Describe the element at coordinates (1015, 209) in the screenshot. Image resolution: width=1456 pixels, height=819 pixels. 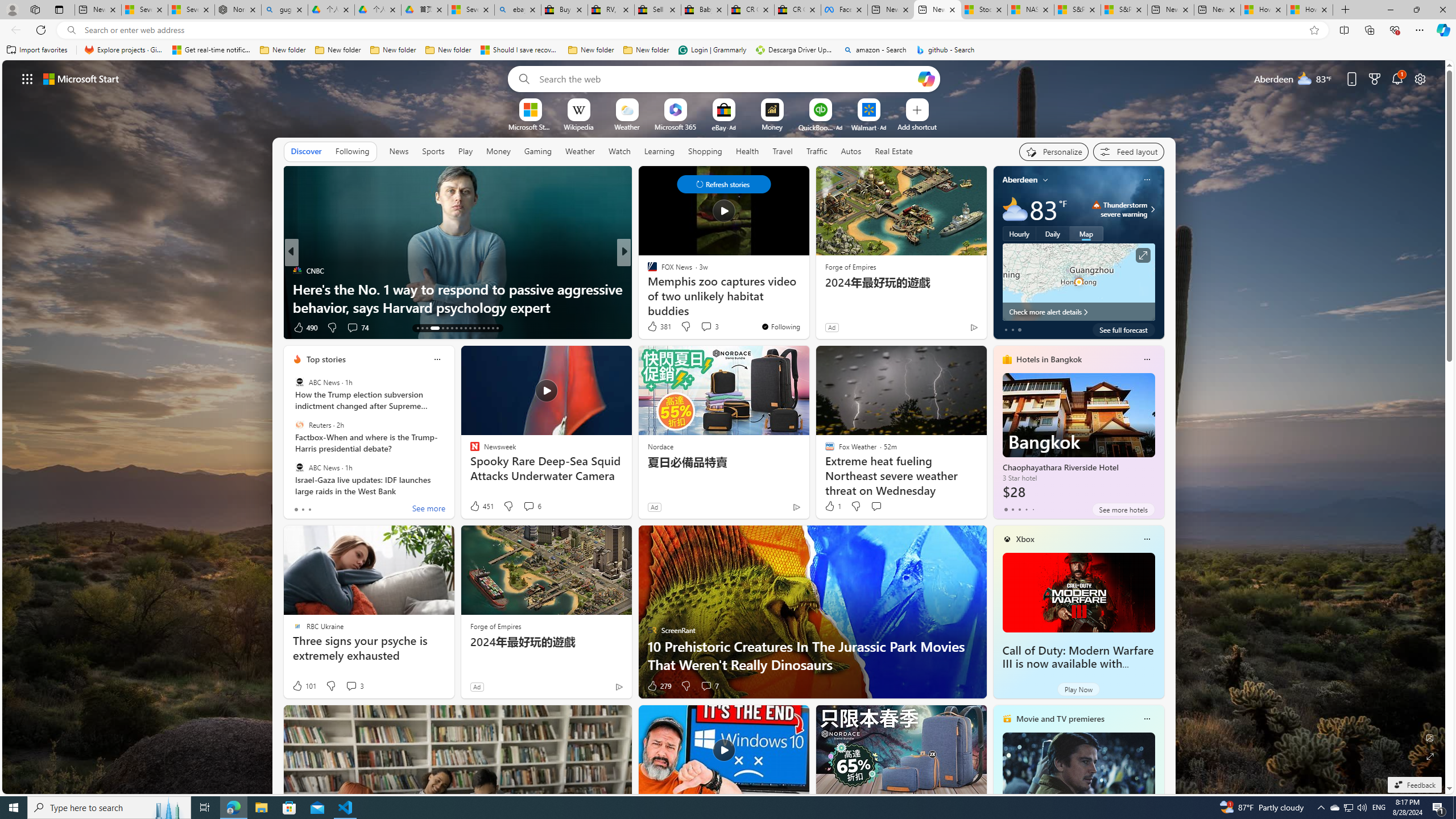
I see `'Mostly cloudy'` at that location.